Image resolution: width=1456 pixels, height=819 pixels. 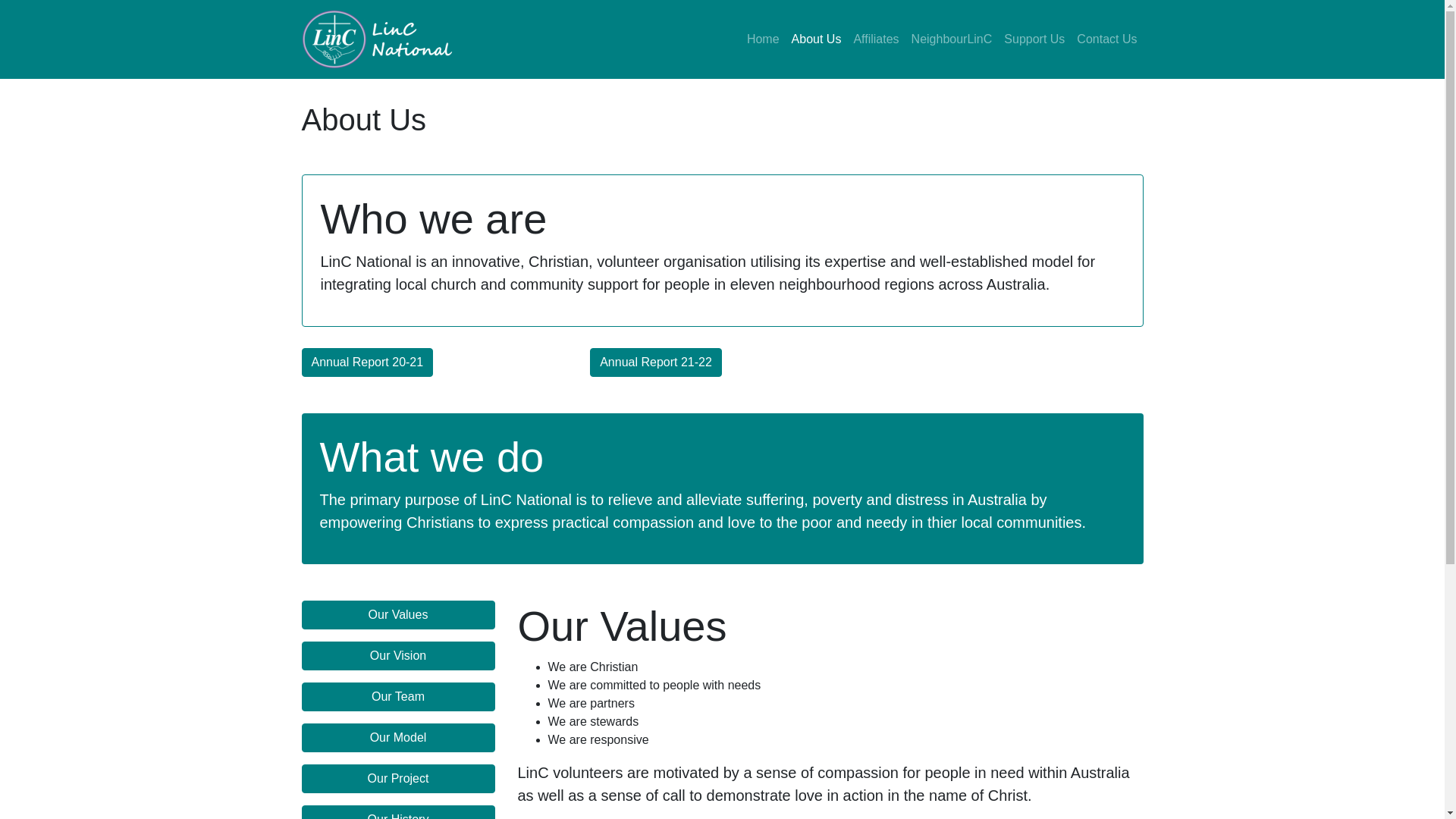 What do you see at coordinates (1106, 38) in the screenshot?
I see `'Contact Us'` at bounding box center [1106, 38].